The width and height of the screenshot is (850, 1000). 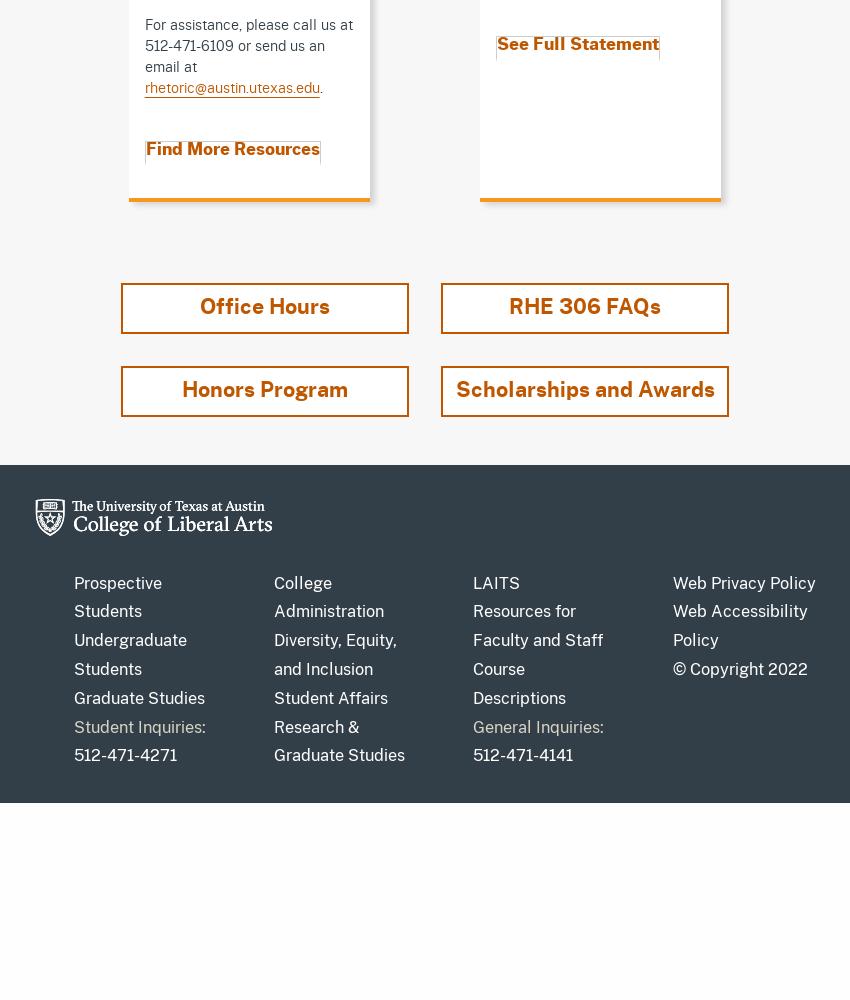 What do you see at coordinates (180, 389) in the screenshot?
I see `'Honors Program'` at bounding box center [180, 389].